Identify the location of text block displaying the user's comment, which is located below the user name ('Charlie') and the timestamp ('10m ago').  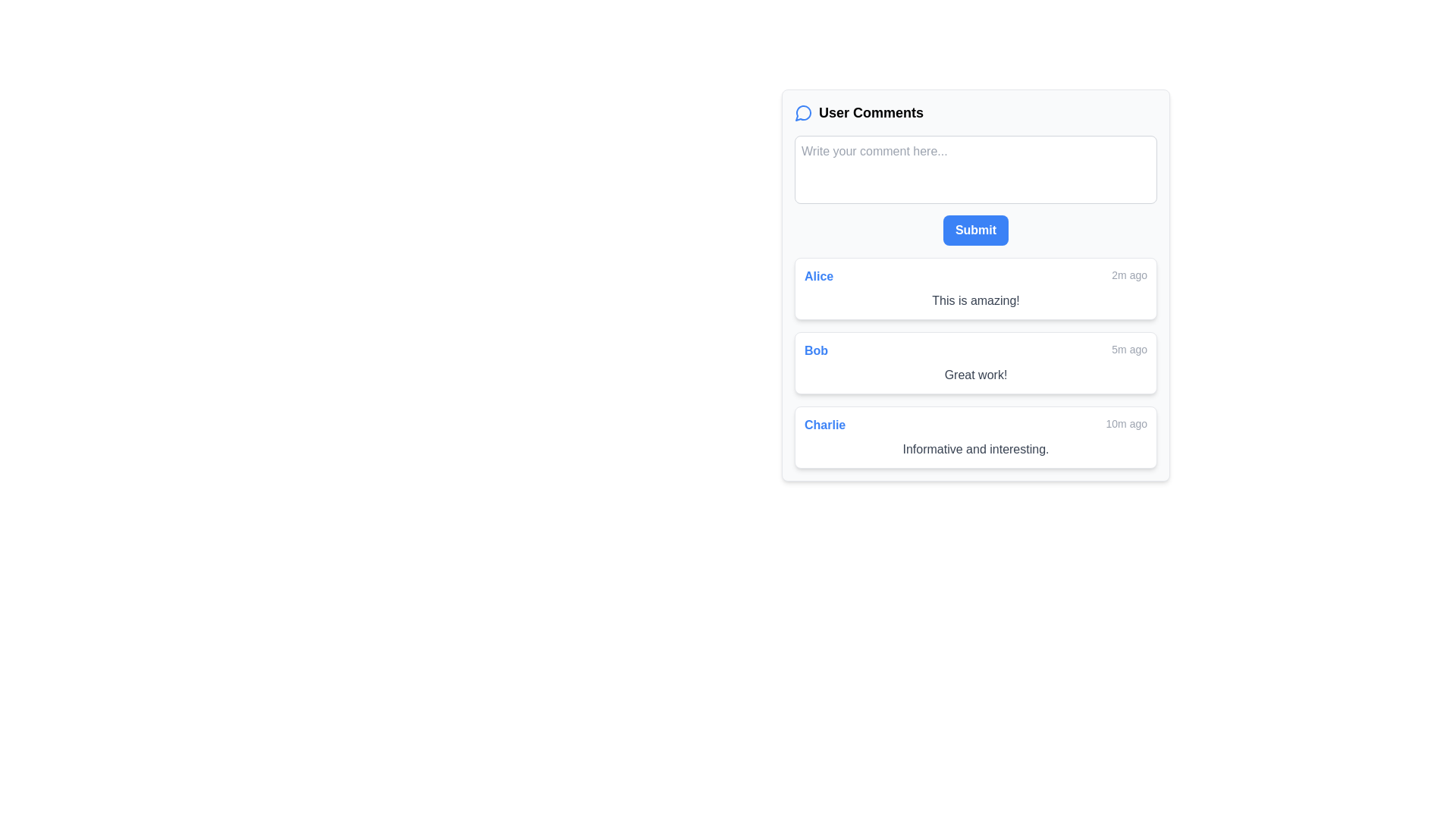
(975, 449).